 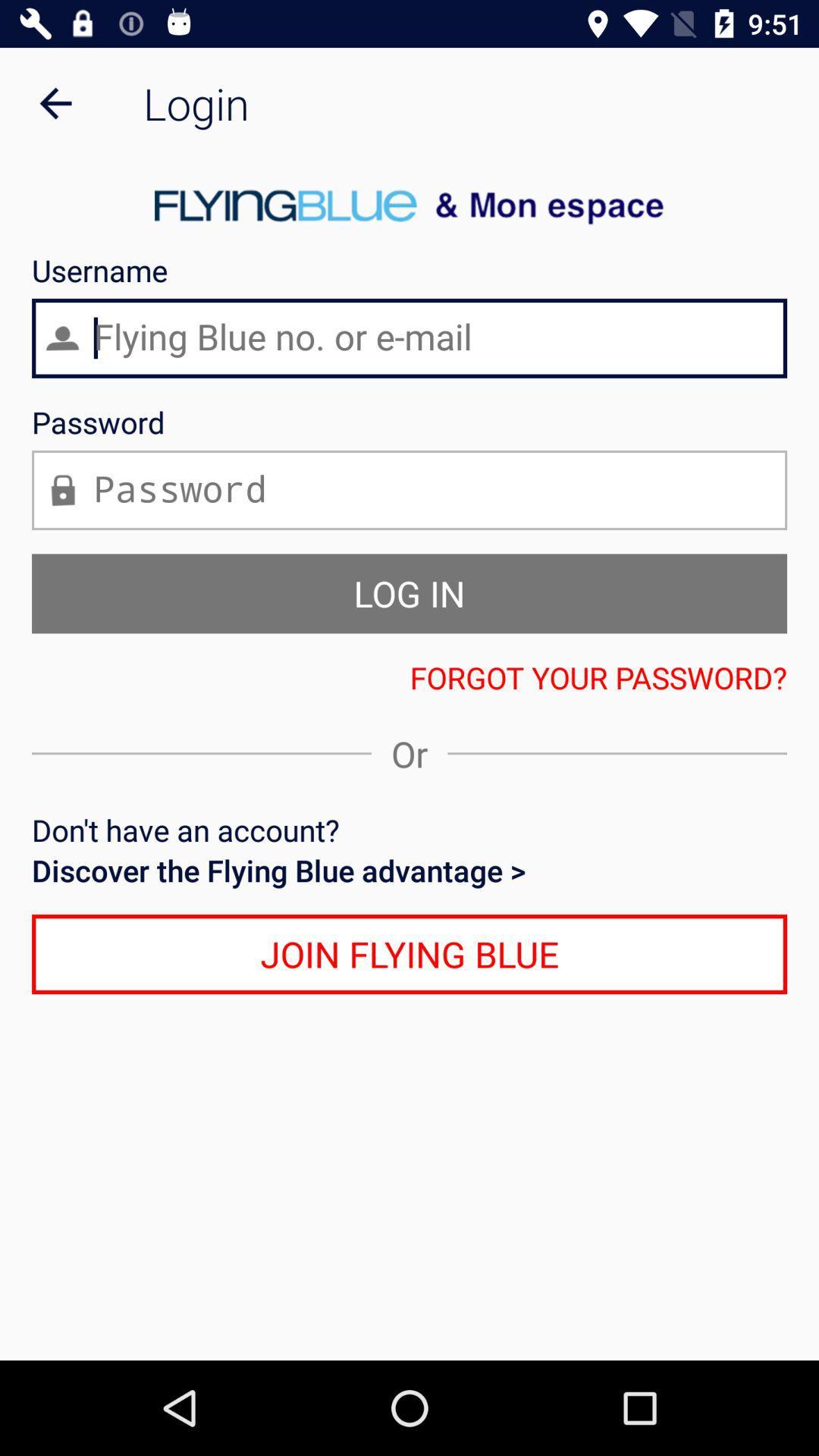 I want to click on the item below don t have item, so click(x=409, y=870).